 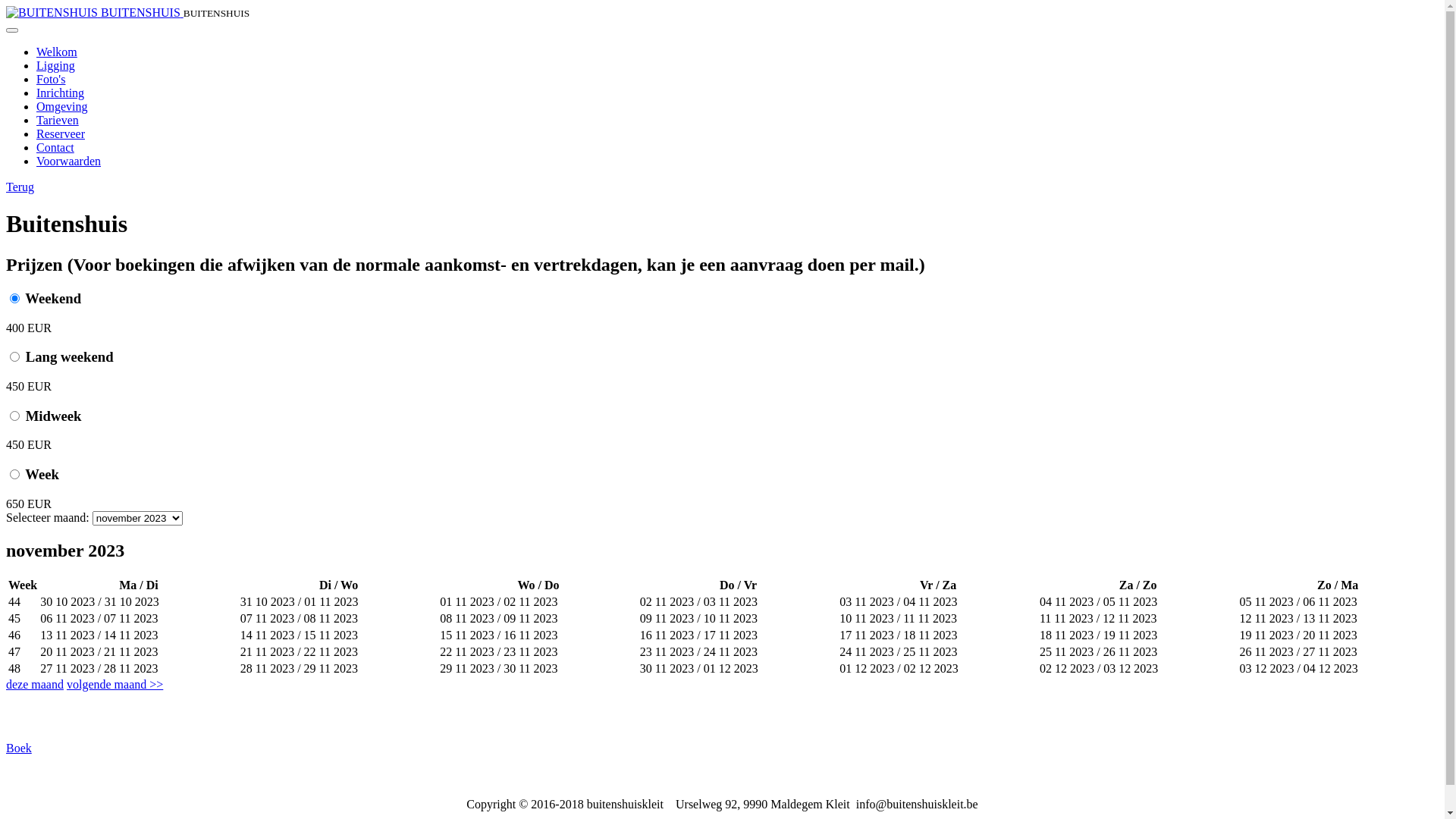 I want to click on 'Boek', so click(x=18, y=747).